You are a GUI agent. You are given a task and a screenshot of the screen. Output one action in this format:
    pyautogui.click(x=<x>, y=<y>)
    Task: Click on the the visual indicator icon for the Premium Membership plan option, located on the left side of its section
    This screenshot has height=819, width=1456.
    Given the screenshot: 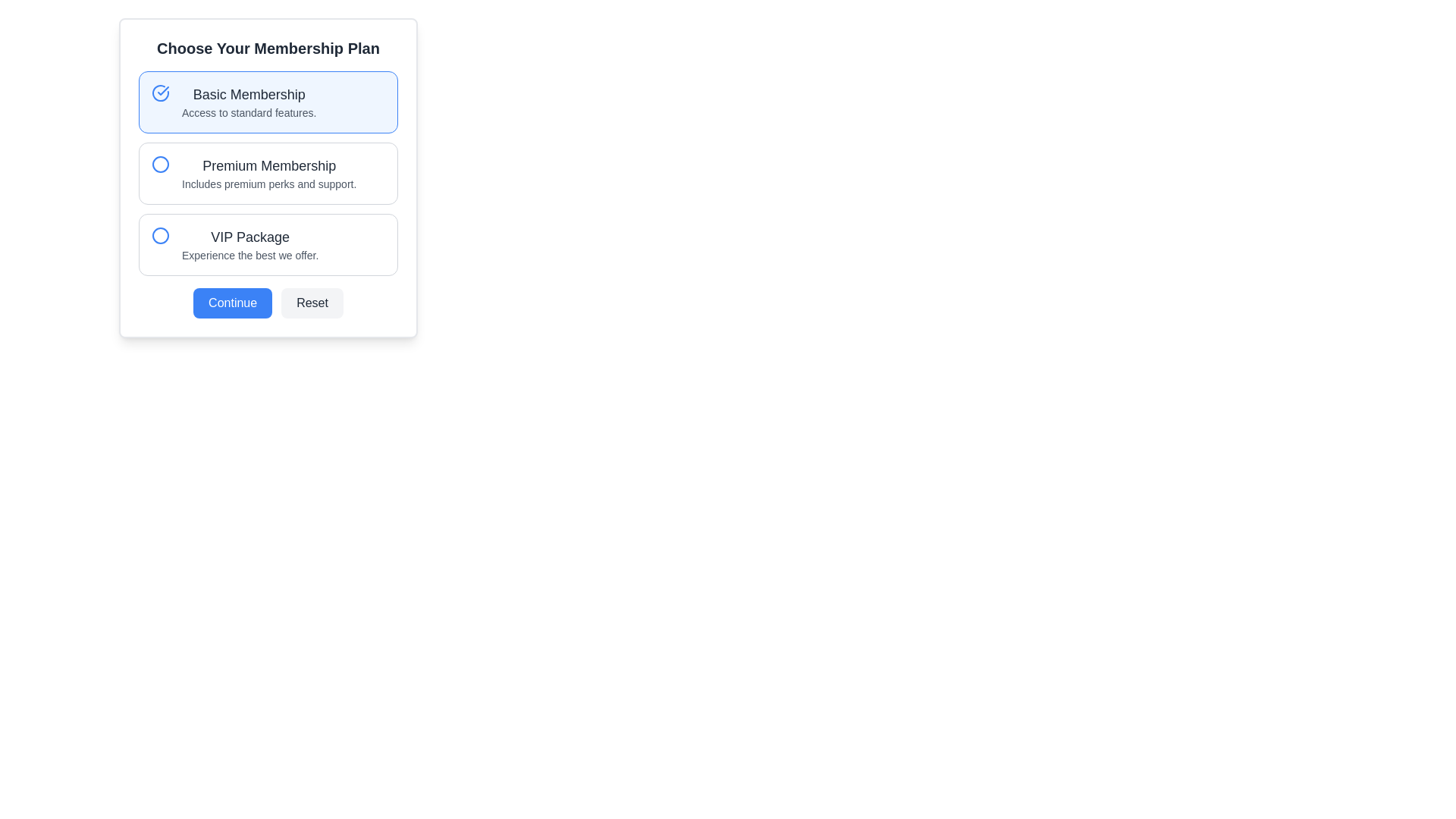 What is the action you would take?
    pyautogui.click(x=160, y=164)
    